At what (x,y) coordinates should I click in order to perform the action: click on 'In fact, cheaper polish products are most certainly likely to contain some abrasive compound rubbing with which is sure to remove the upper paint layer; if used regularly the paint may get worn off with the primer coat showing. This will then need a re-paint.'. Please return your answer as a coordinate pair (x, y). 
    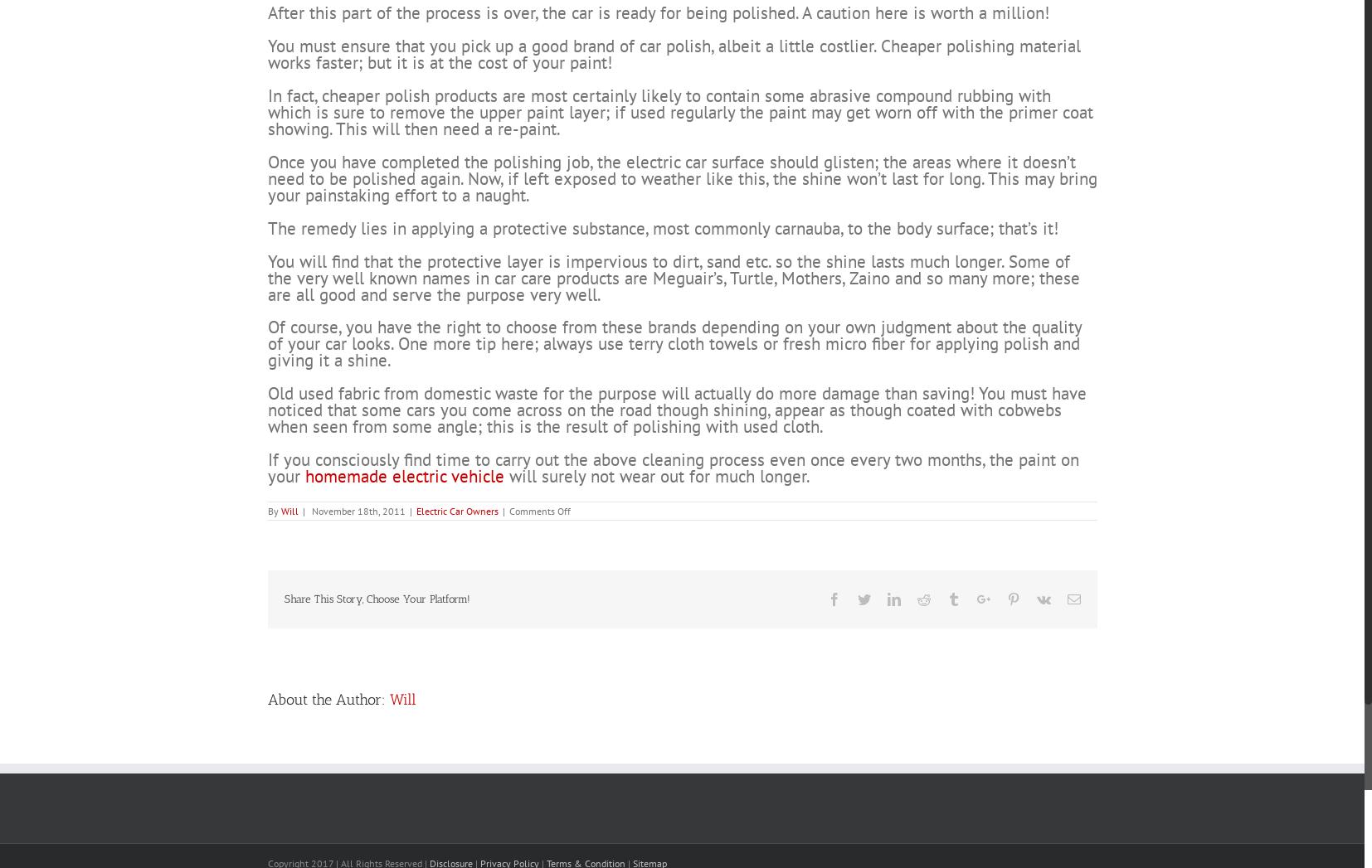
    Looking at the image, I should click on (679, 172).